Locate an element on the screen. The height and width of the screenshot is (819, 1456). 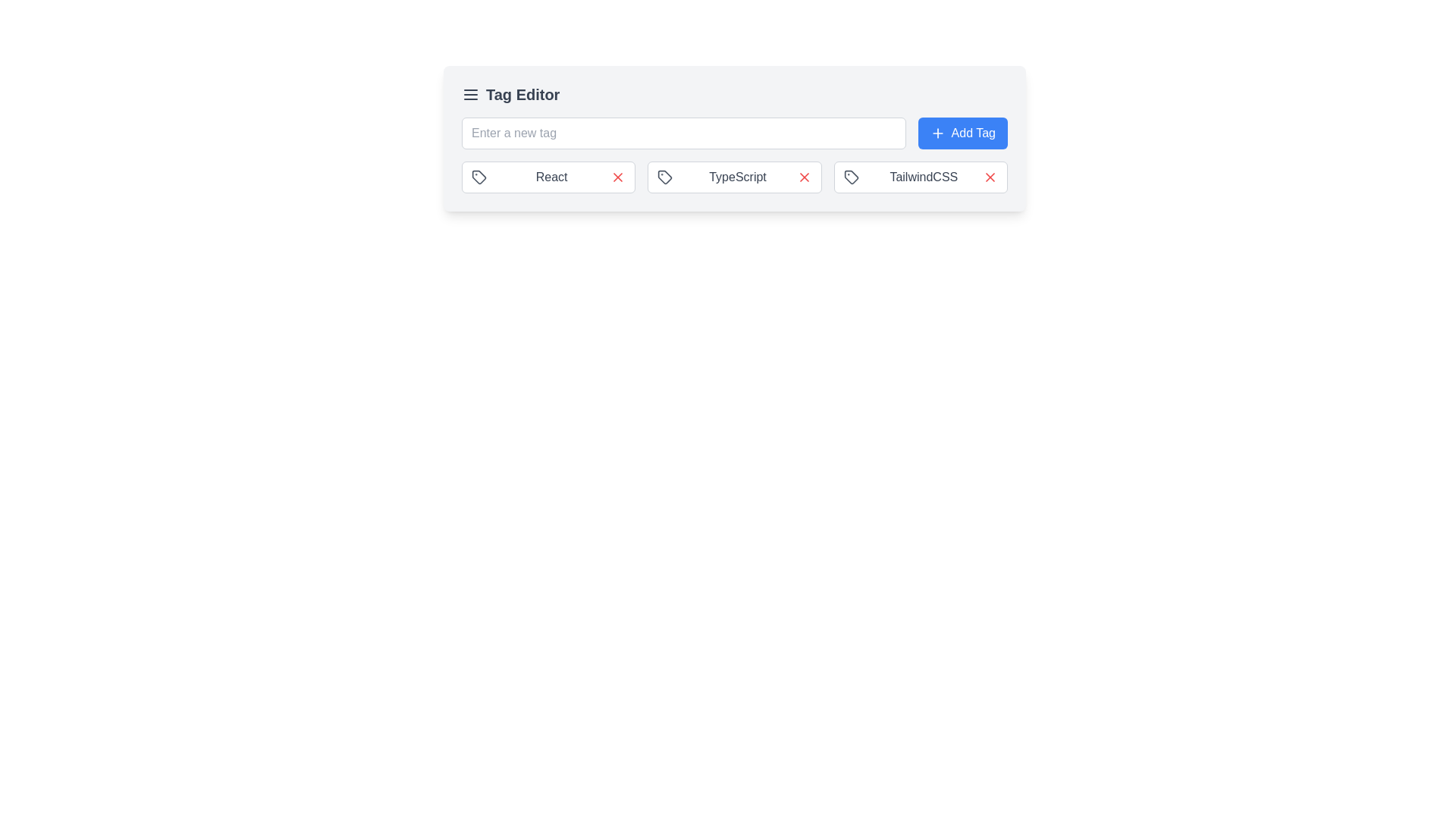
the icon button, which consists of three horizontally aligned lines in a stacked arrangement, located to the left of the 'Tag Editor' text in the header section is located at coordinates (469, 94).